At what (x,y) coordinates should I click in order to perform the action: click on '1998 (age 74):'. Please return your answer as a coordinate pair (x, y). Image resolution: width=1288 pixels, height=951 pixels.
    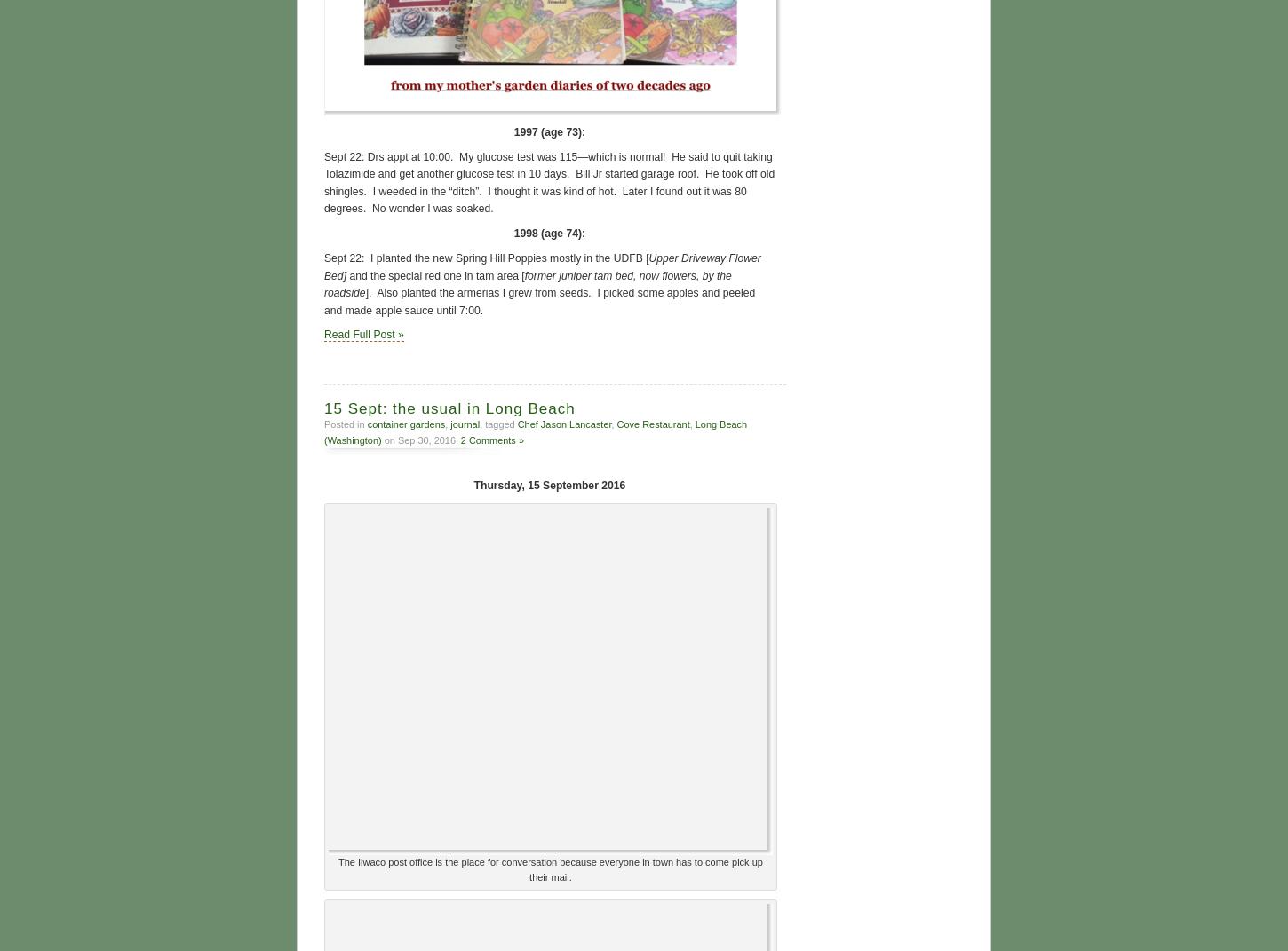
    Looking at the image, I should click on (548, 232).